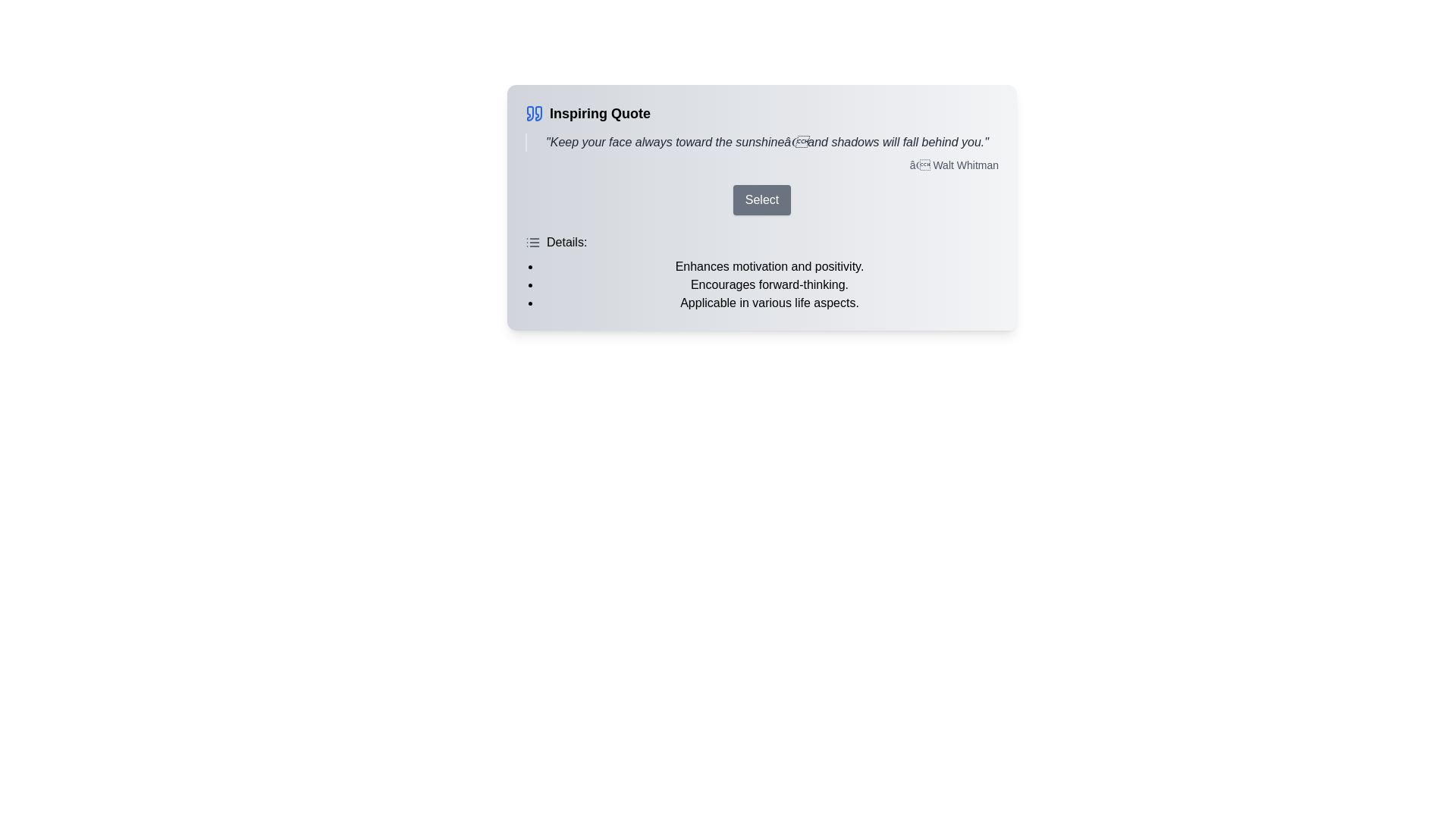  I want to click on the informational section that provides details about enhancements in motivation, positivity, and applicability in life aspects, located centrally below the 'Select' button, so click(761, 271).